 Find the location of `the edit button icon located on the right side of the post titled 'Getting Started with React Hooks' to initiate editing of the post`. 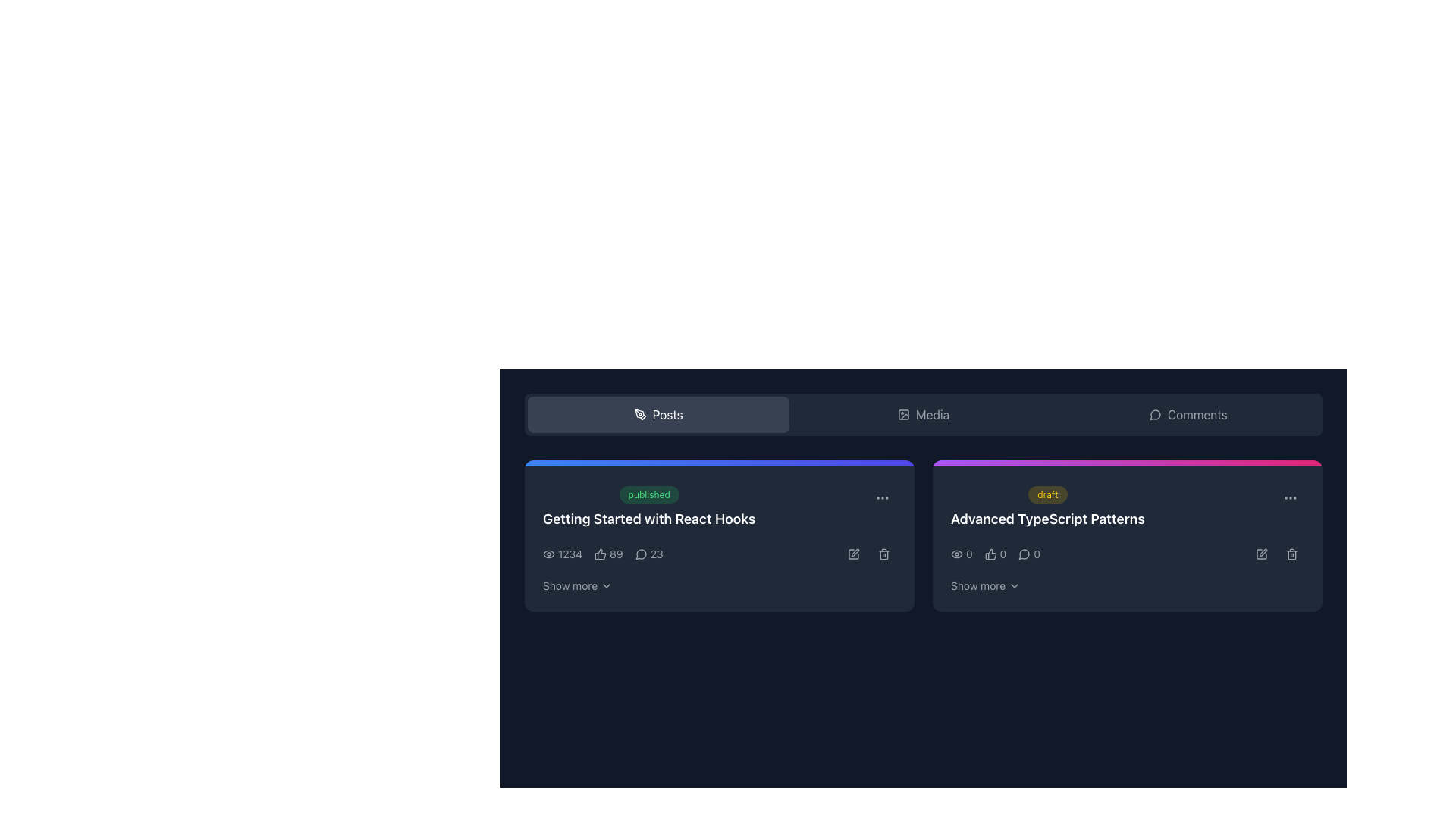

the edit button icon located on the right side of the post titled 'Getting Started with React Hooks' to initiate editing of the post is located at coordinates (854, 554).